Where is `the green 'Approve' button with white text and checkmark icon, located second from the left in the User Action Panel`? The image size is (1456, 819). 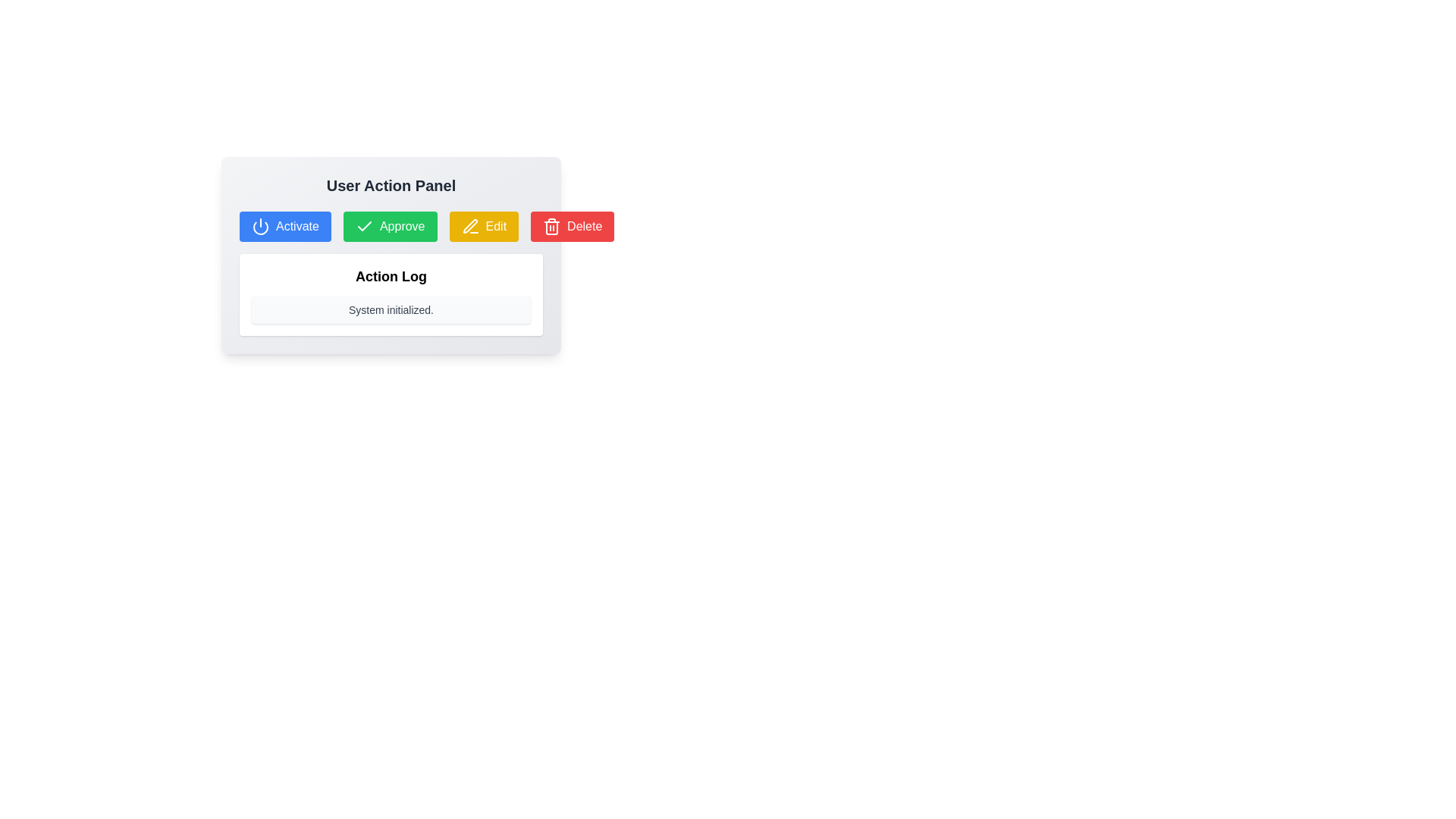
the green 'Approve' button with white text and checkmark icon, located second from the left in the User Action Panel is located at coordinates (390, 227).